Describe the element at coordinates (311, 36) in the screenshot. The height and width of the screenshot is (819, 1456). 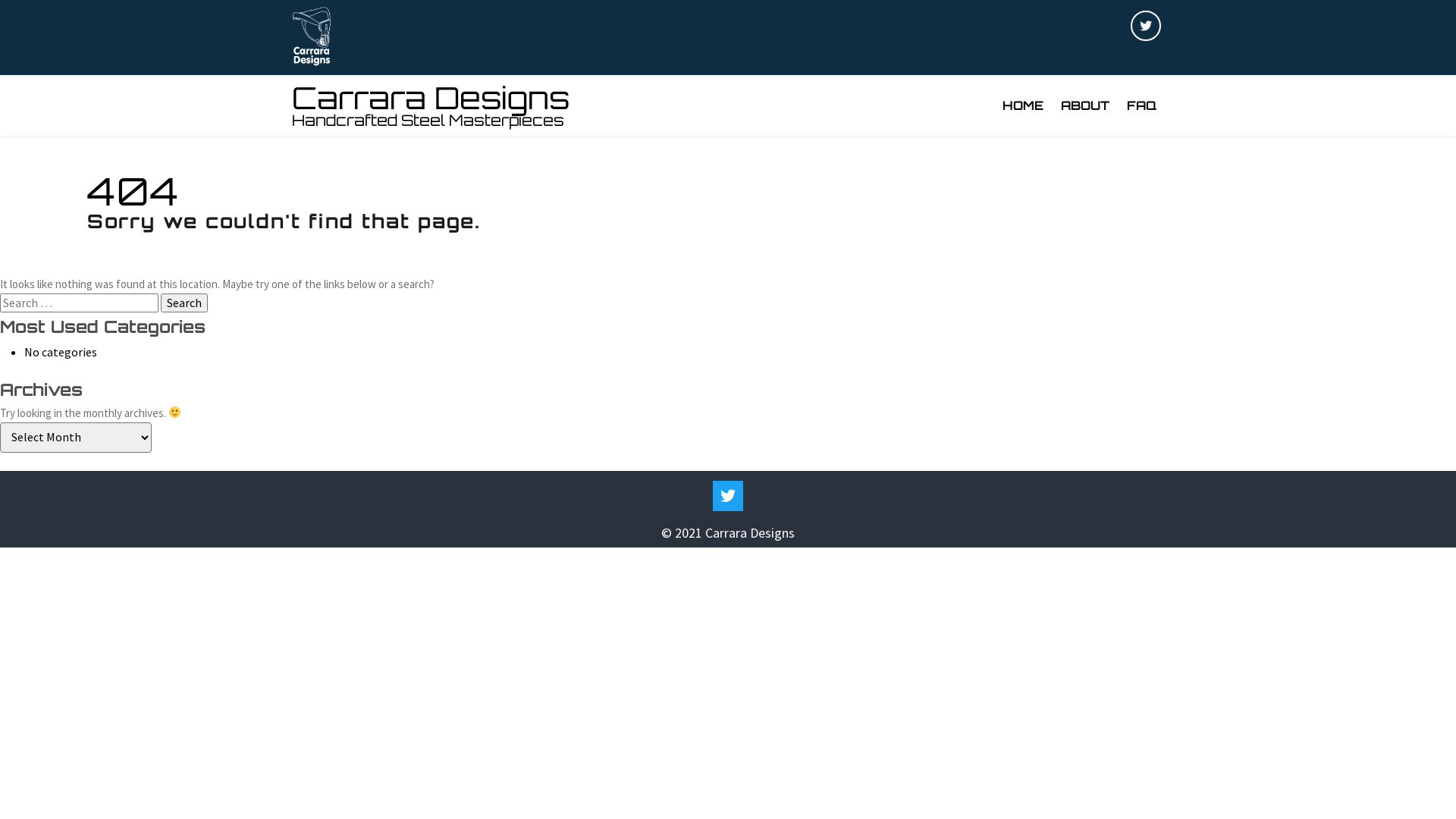
I see `'Logocarrarawit 150'` at that location.